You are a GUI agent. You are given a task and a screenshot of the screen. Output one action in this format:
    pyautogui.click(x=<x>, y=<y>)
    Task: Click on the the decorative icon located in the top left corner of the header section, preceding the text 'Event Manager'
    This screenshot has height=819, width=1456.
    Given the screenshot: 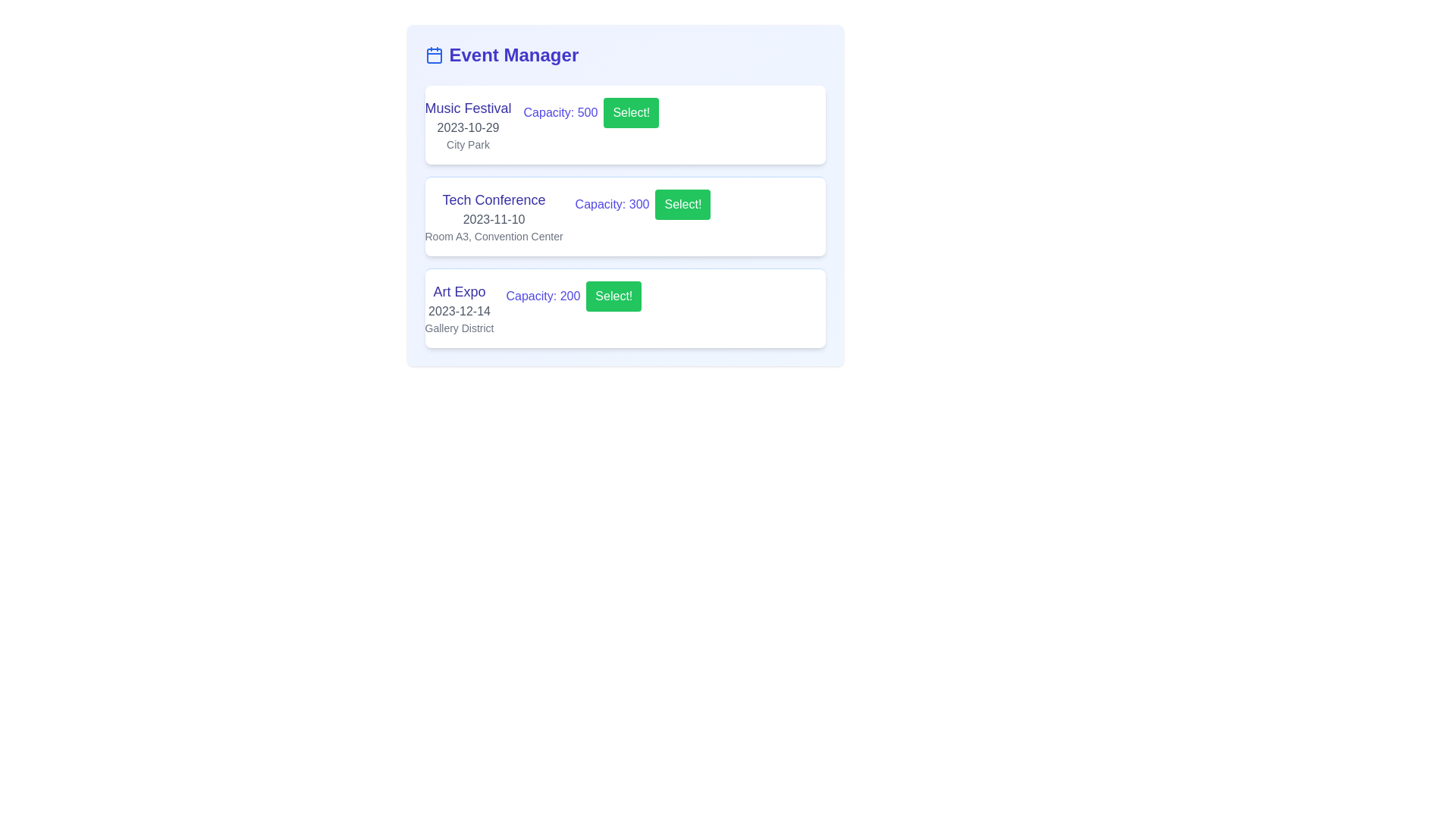 What is the action you would take?
    pyautogui.click(x=433, y=55)
    